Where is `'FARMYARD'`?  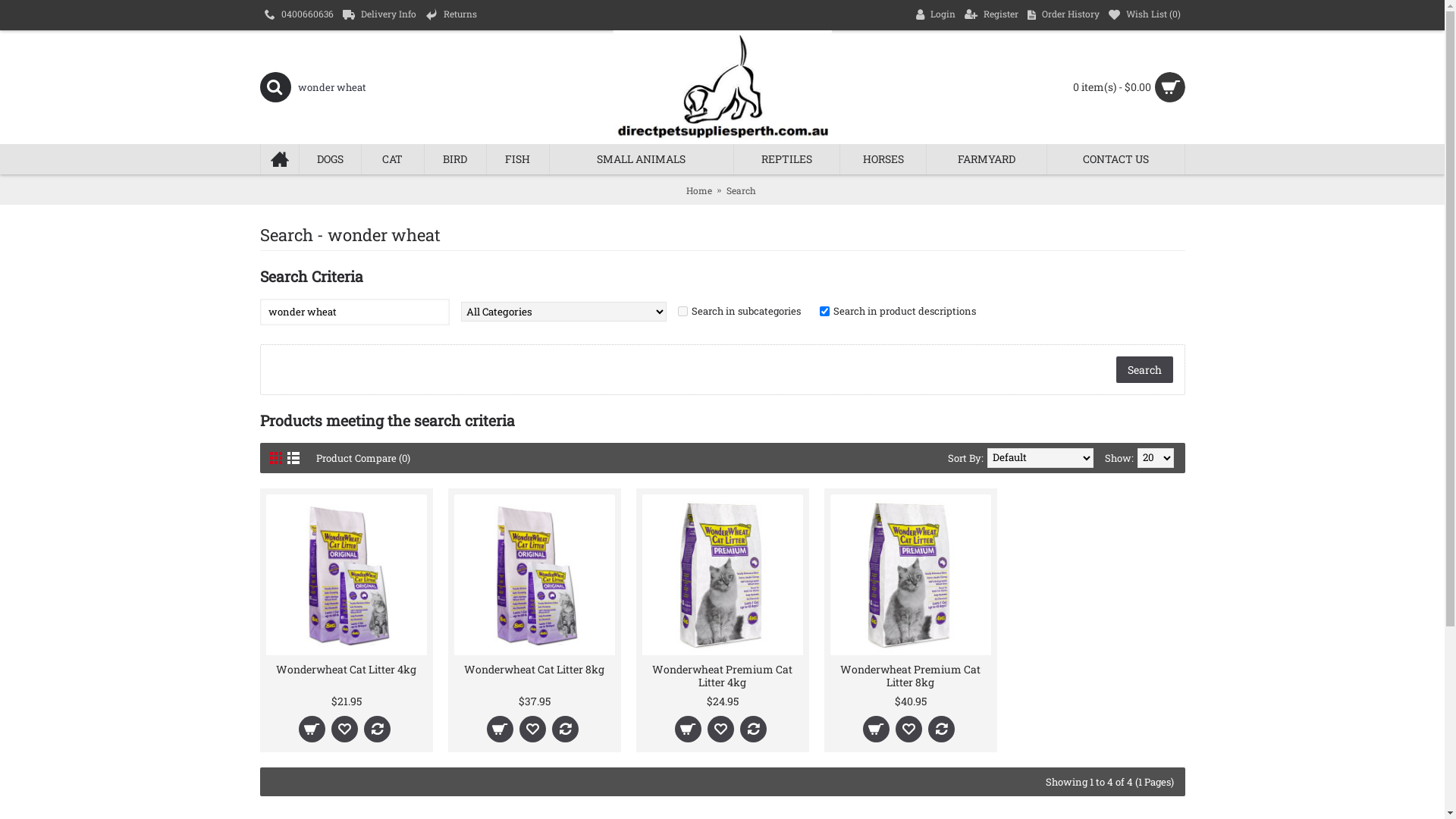 'FARMYARD' is located at coordinates (986, 158).